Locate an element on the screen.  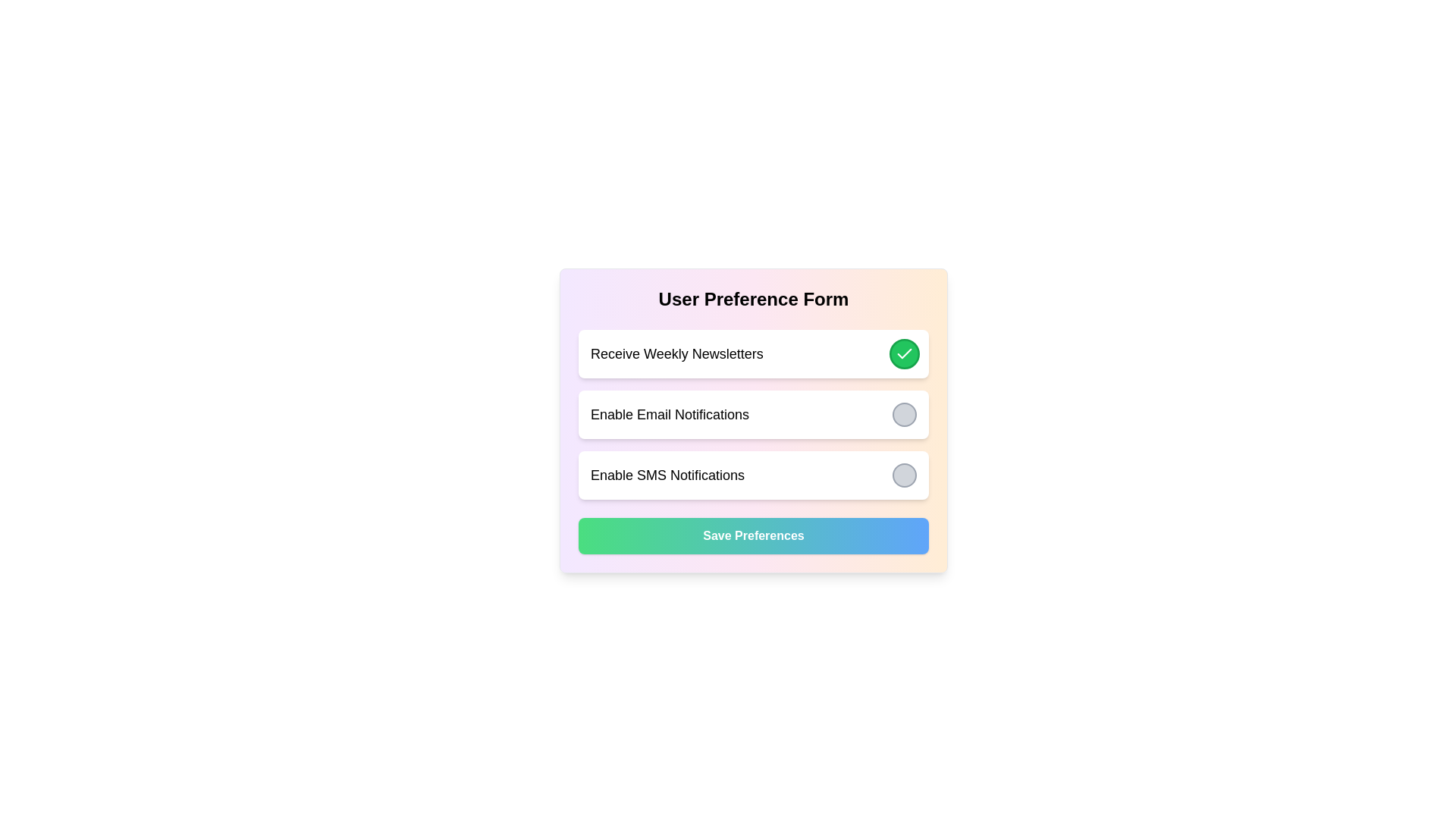
the text label that says 'Enable Email Notifications,' which is styled prominently within a white rectangular section. This label is the second option in a list of user preferences, located to the left of a circular toggle button is located at coordinates (669, 415).